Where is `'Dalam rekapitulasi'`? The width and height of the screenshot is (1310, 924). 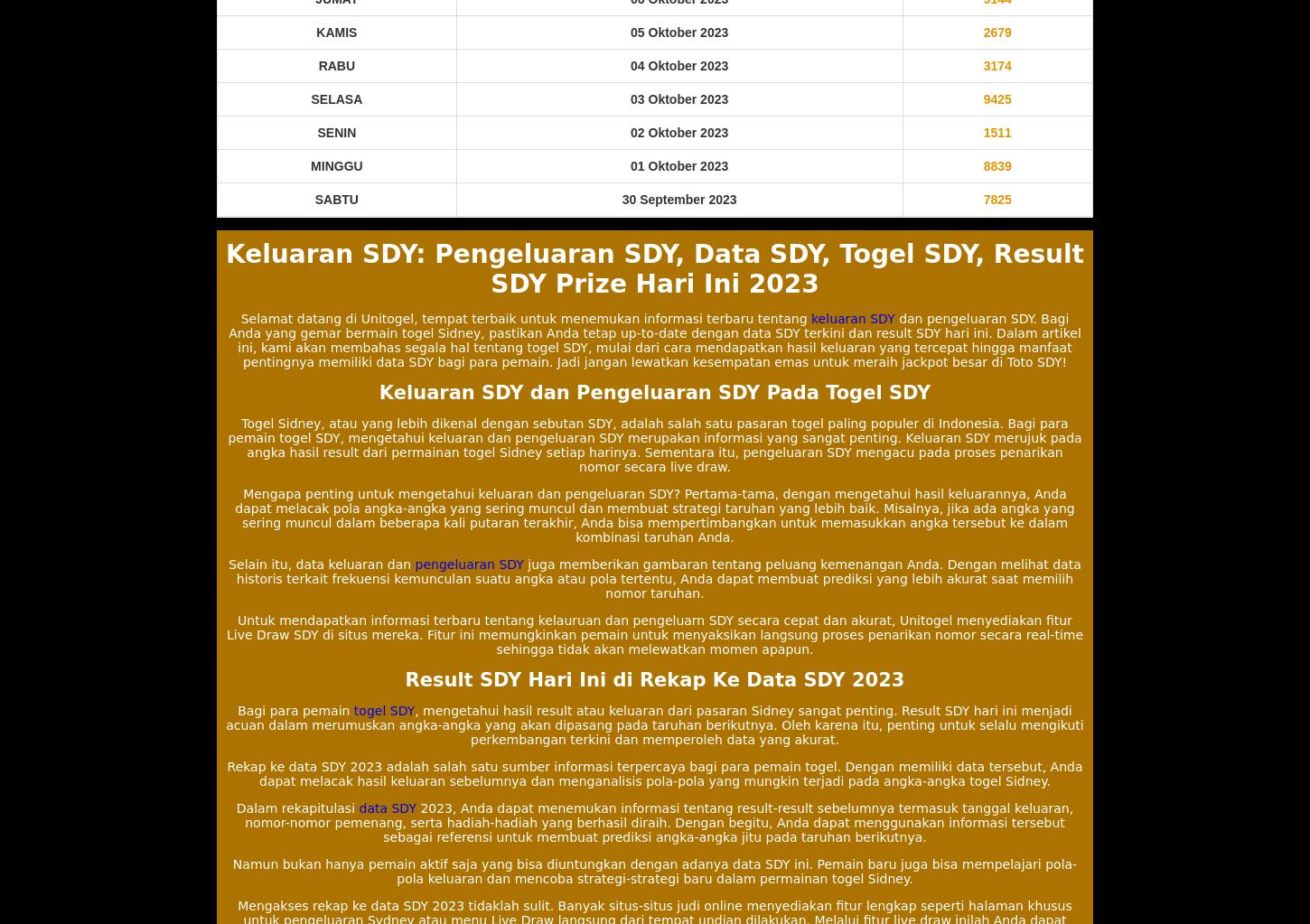 'Dalam rekapitulasi' is located at coordinates (297, 807).